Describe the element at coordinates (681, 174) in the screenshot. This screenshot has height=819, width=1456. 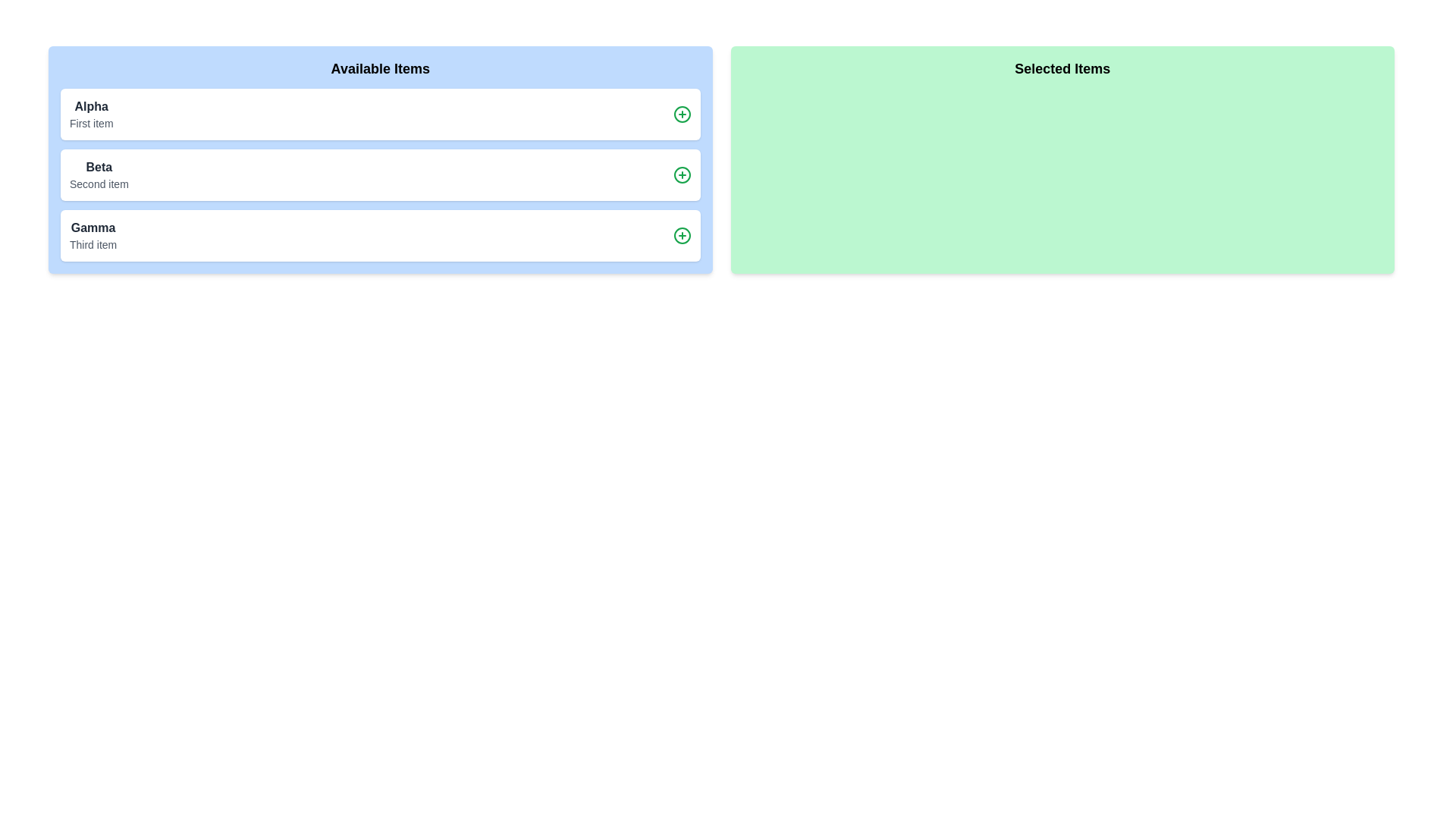
I see `plus button next to the item labeled Beta in the Available Items list` at that location.